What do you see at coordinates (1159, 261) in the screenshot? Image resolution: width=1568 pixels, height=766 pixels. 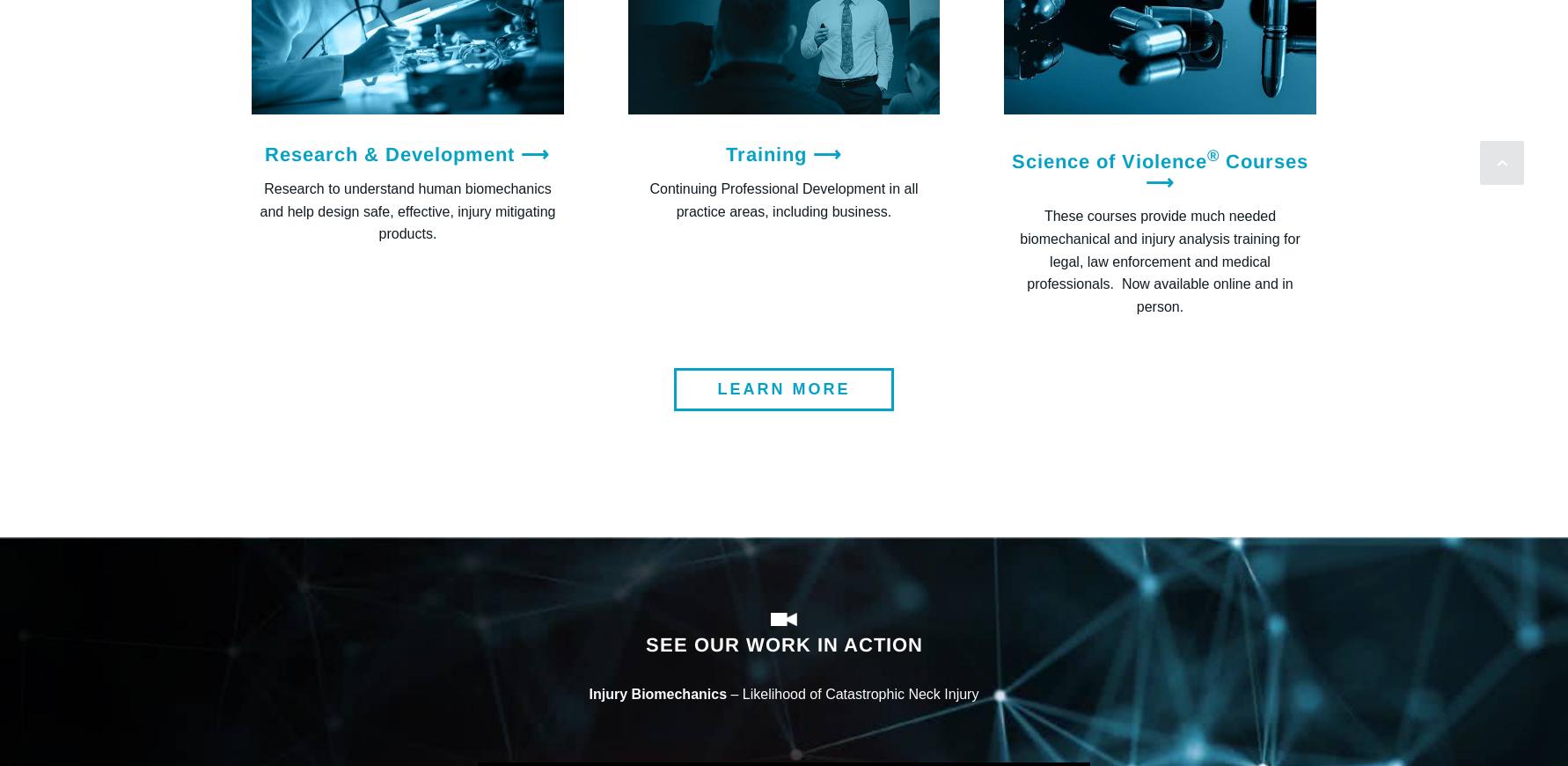 I see `'These courses provide much needed biomechanical and injury analysis training for legal, law enforcement and medical professionals.  Now available online and in person.'` at bounding box center [1159, 261].